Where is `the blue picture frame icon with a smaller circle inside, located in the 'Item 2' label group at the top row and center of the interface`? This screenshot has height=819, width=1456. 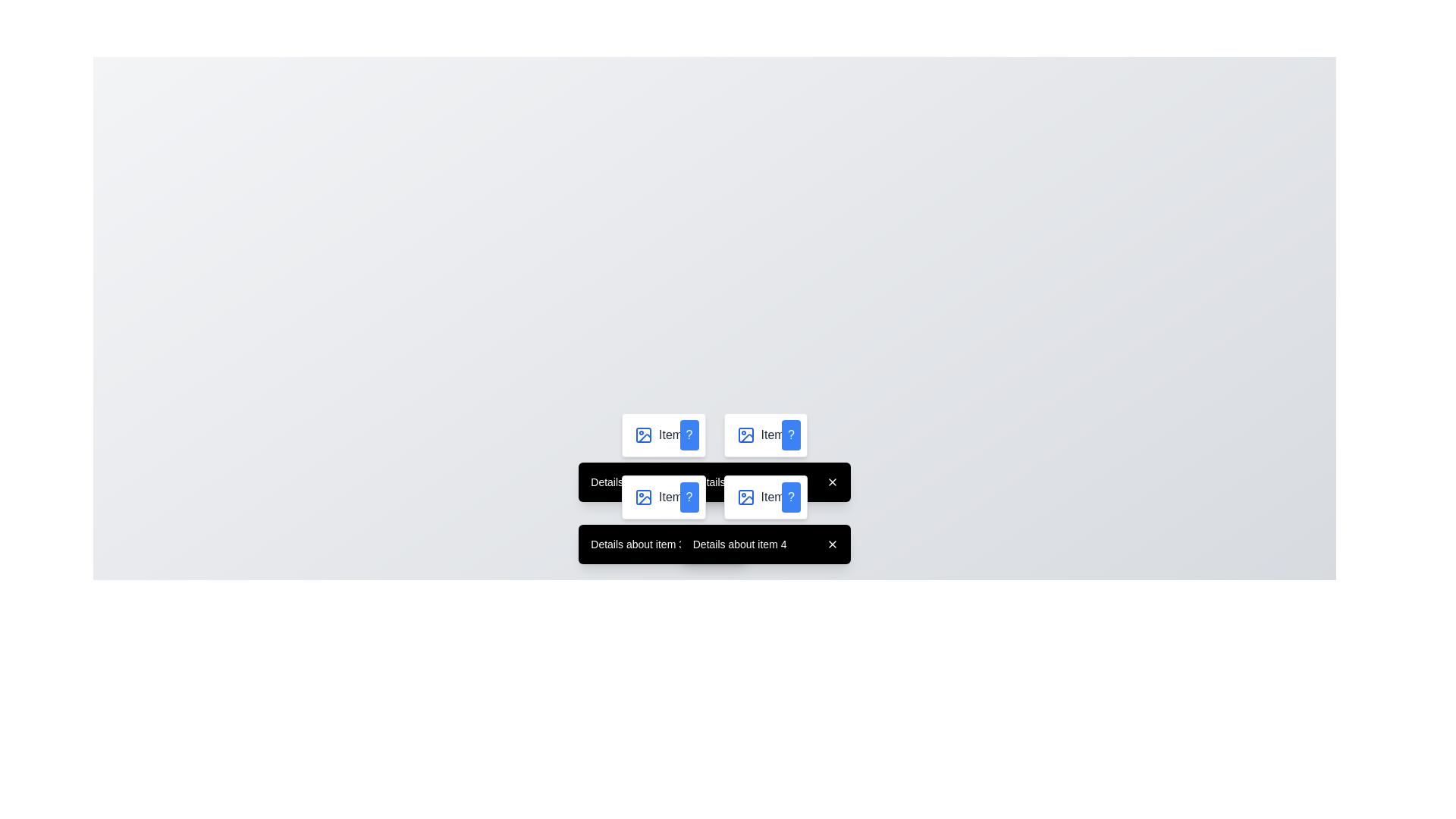
the blue picture frame icon with a smaller circle inside, located in the 'Item 2' label group at the top row and center of the interface is located at coordinates (745, 435).